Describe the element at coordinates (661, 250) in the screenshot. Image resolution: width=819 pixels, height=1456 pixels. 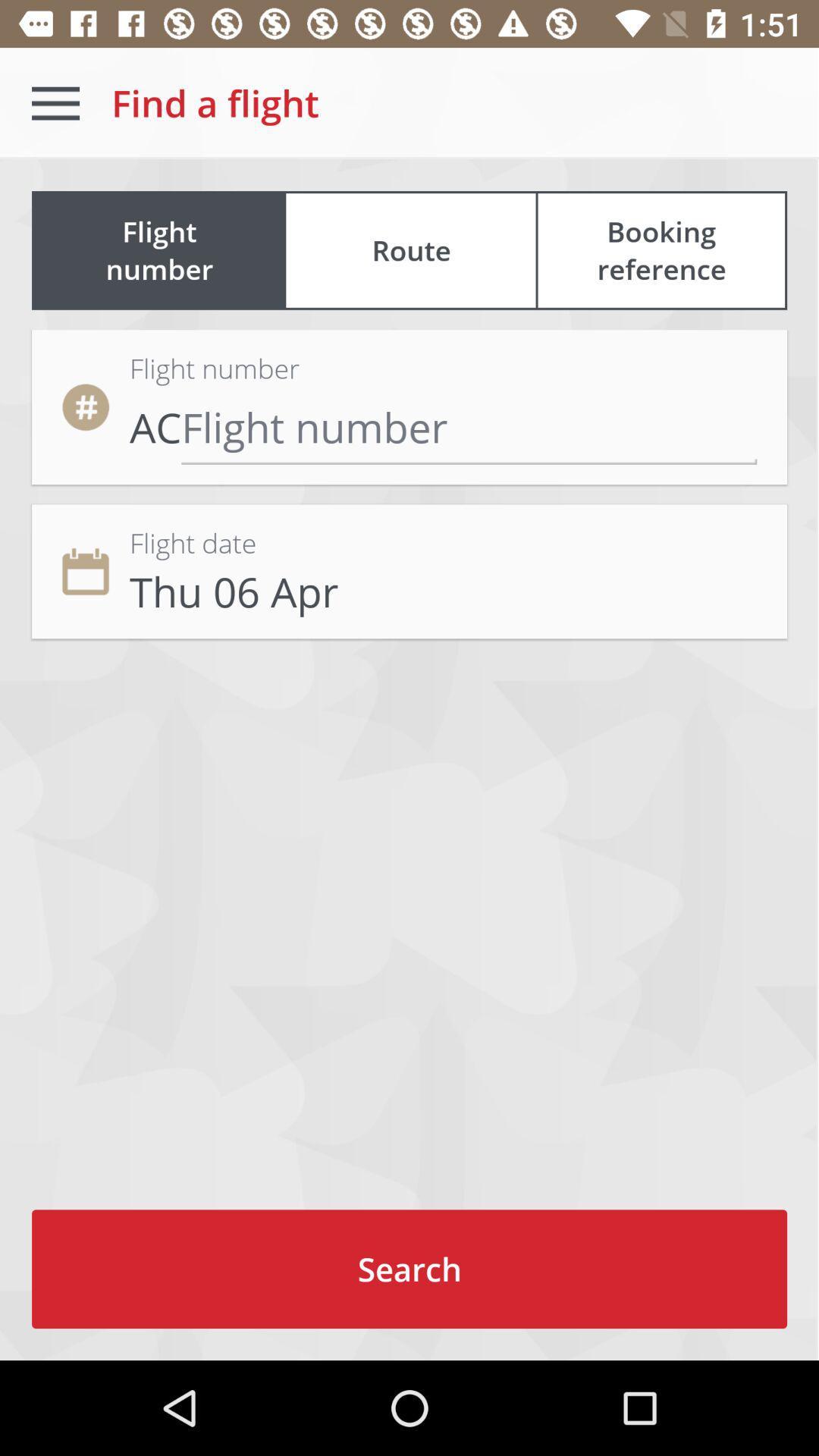
I see `booking reference item` at that location.